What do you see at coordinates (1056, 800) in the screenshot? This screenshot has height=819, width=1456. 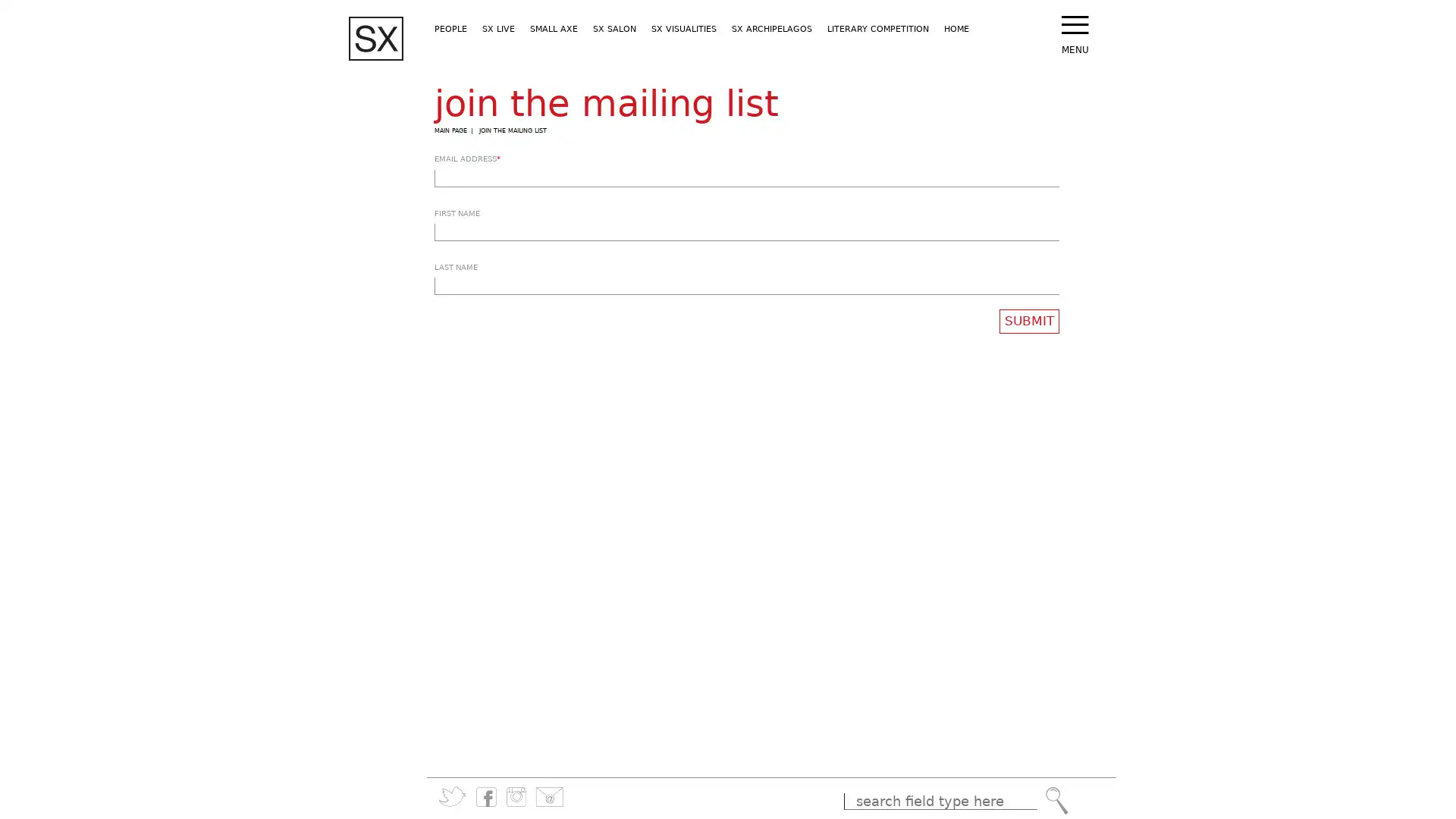 I see `Search` at bounding box center [1056, 800].